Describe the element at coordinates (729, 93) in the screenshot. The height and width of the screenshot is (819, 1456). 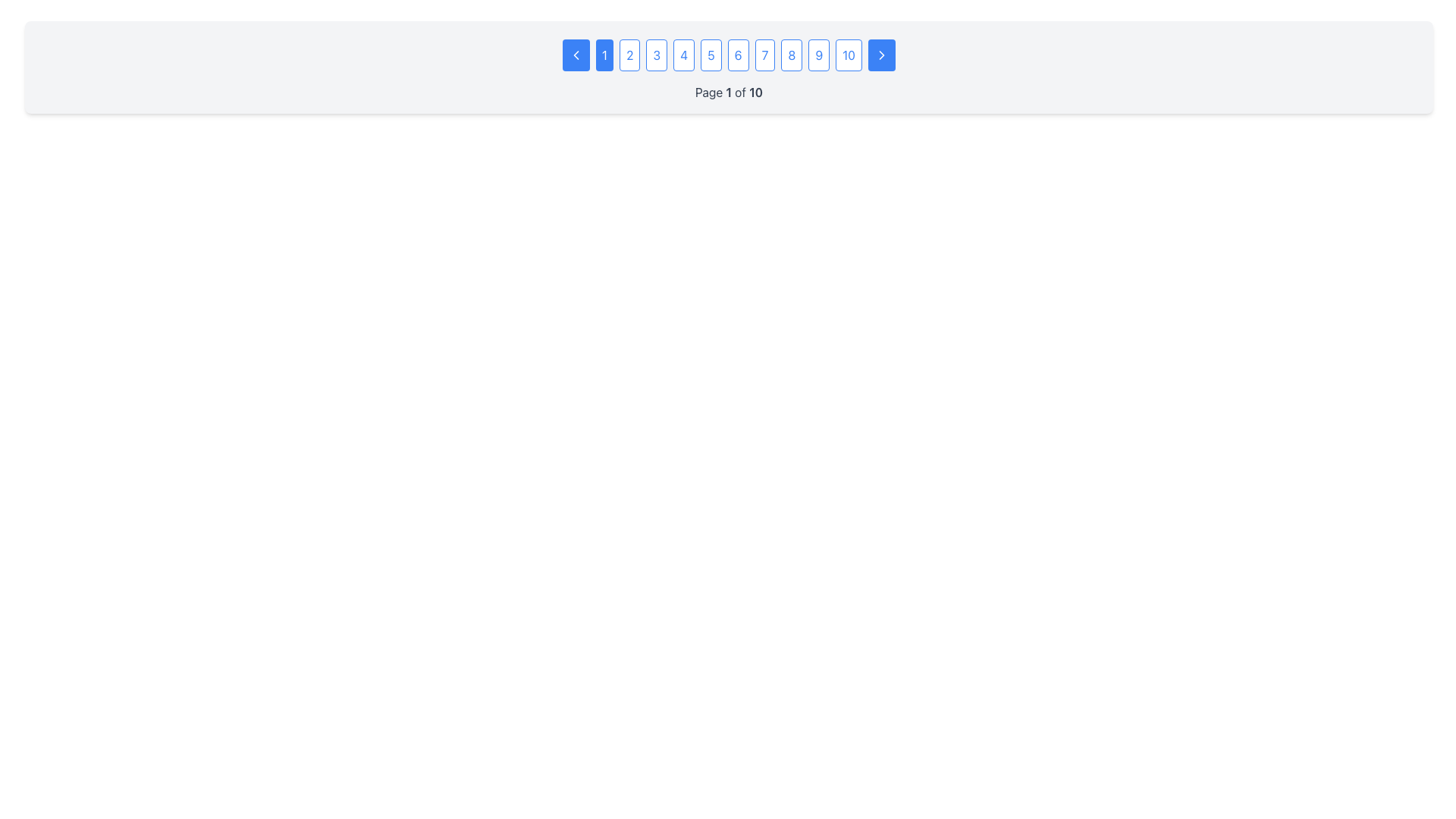
I see `the text label indicating the current page number, which displays 'Page 1 of 10' and is located near the bottom right of the pagination bar` at that location.